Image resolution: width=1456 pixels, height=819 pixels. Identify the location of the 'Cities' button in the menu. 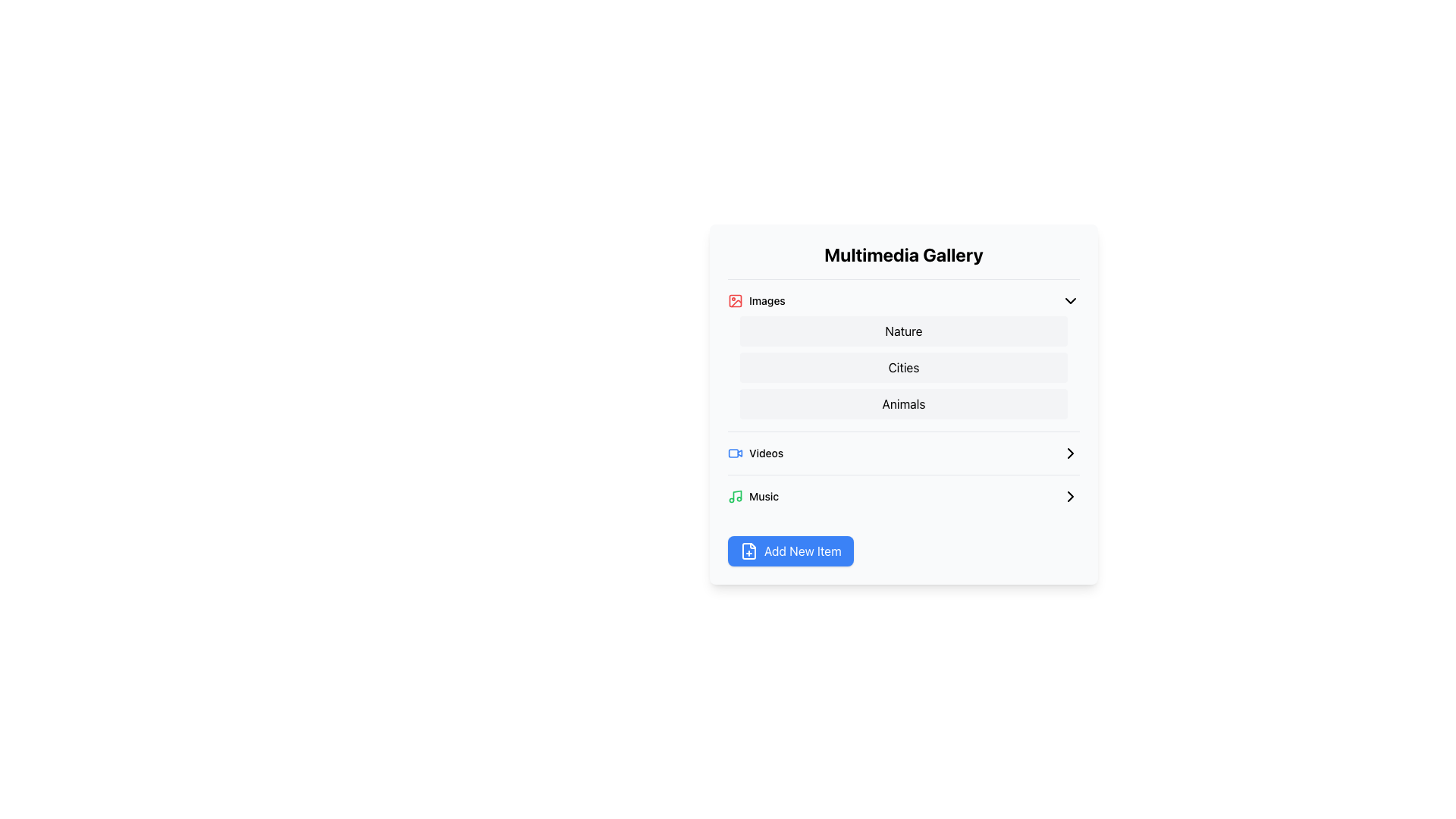
(903, 368).